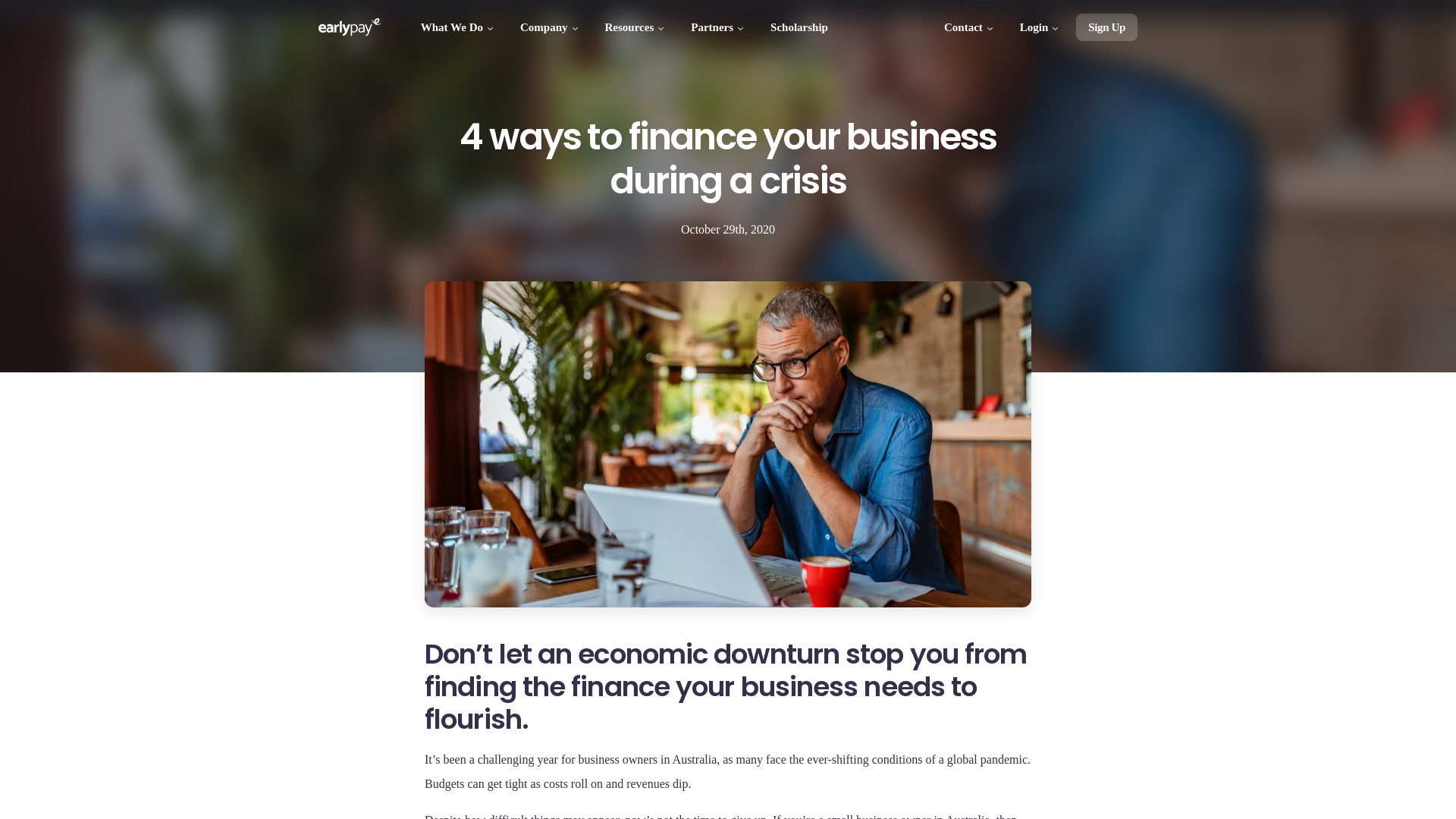  I want to click on 'Sign Up', so click(1106, 27).